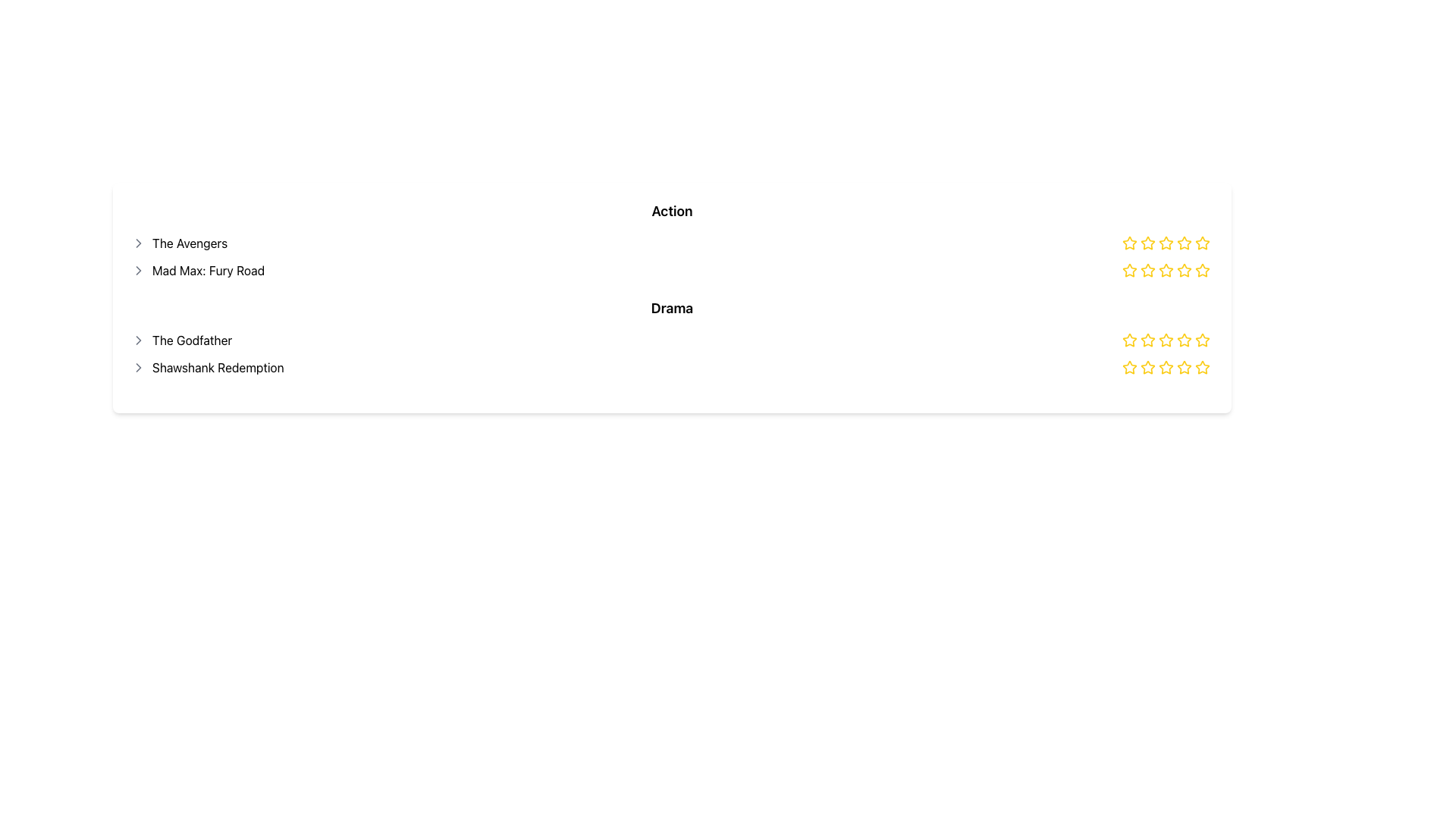  What do you see at coordinates (1201, 367) in the screenshot?
I see `the fifth star button in the rating section under the 'Drama' category` at bounding box center [1201, 367].